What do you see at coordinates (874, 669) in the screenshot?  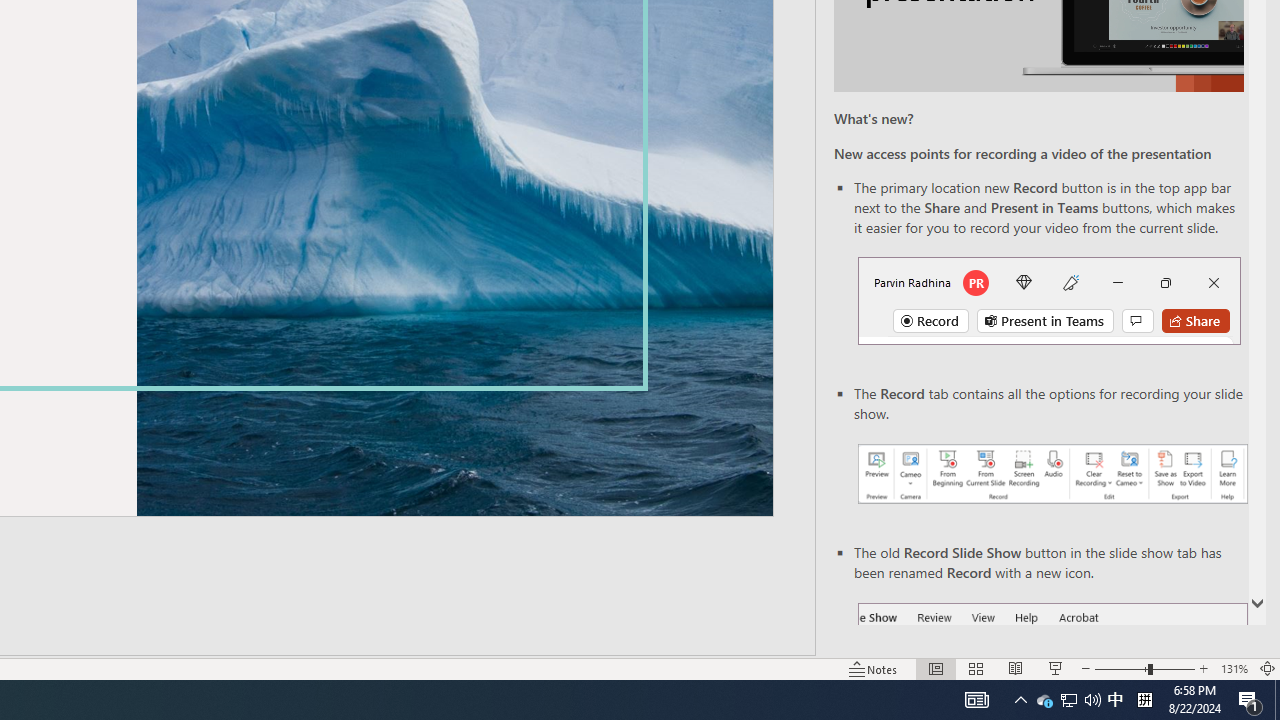 I see `'Notes '` at bounding box center [874, 669].